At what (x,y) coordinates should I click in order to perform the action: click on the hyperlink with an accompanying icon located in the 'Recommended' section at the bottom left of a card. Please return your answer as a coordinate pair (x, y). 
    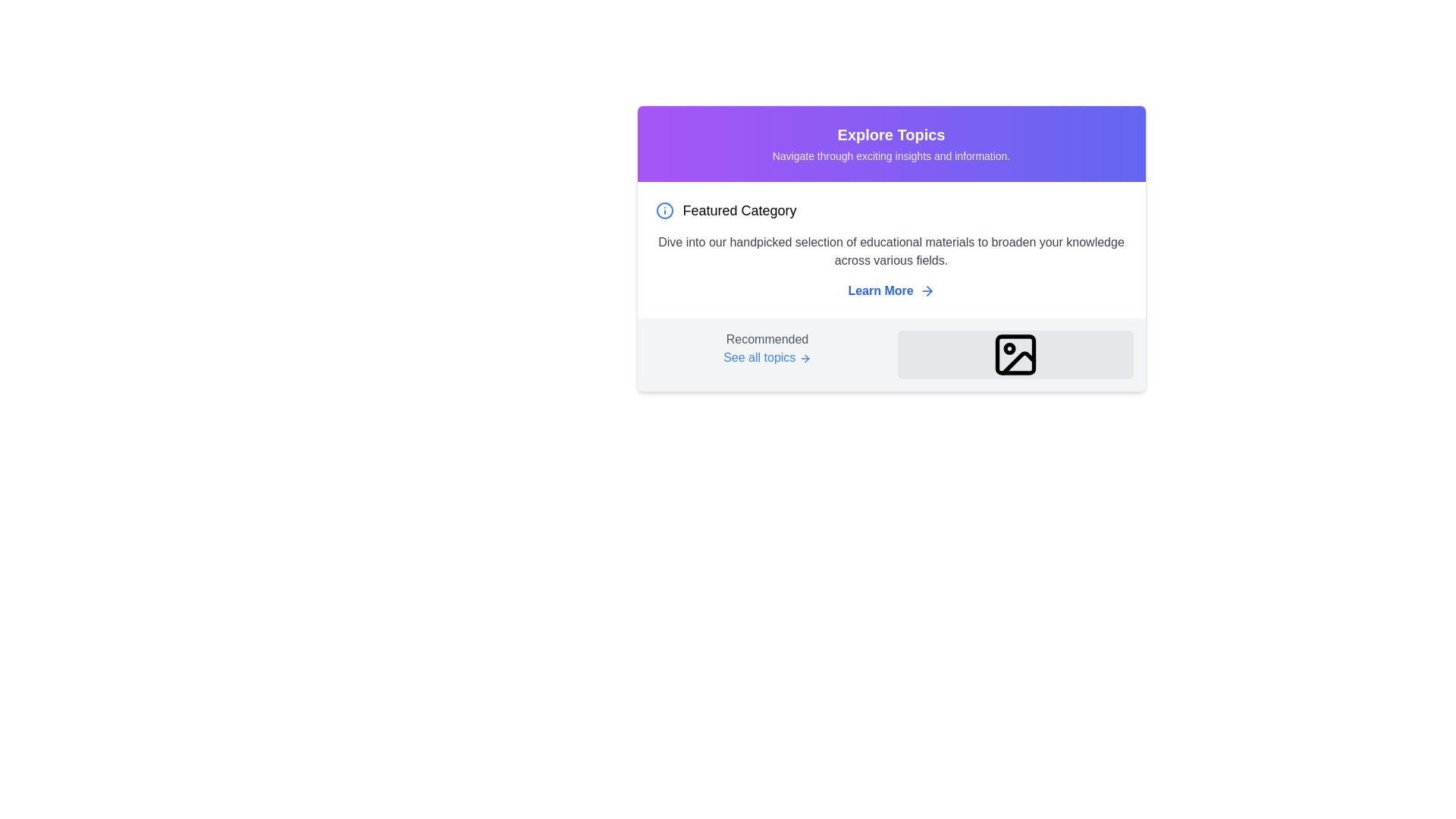
    Looking at the image, I should click on (767, 357).